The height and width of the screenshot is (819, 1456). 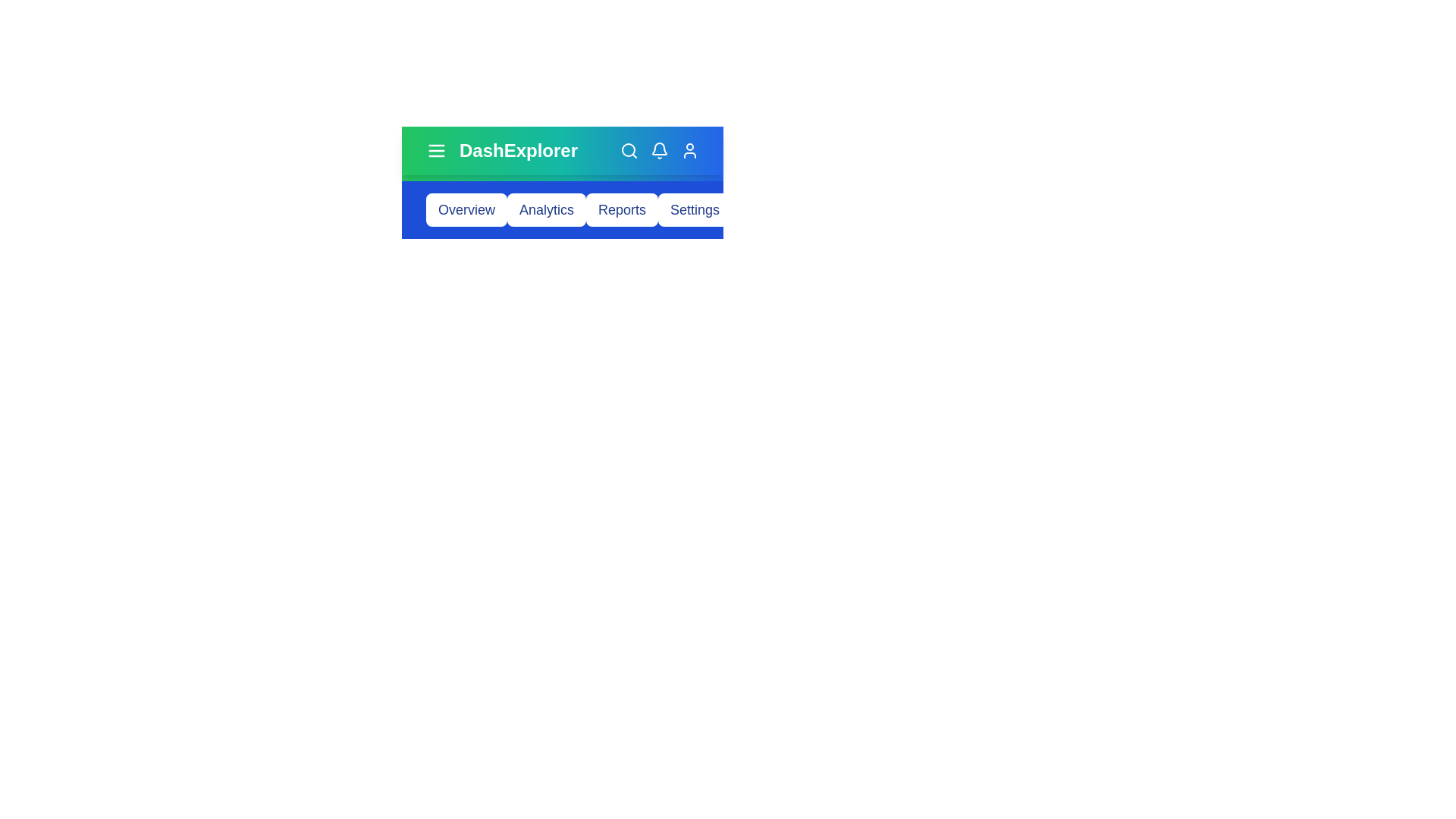 I want to click on the menu item Reports from the navigation bar, so click(x=622, y=210).